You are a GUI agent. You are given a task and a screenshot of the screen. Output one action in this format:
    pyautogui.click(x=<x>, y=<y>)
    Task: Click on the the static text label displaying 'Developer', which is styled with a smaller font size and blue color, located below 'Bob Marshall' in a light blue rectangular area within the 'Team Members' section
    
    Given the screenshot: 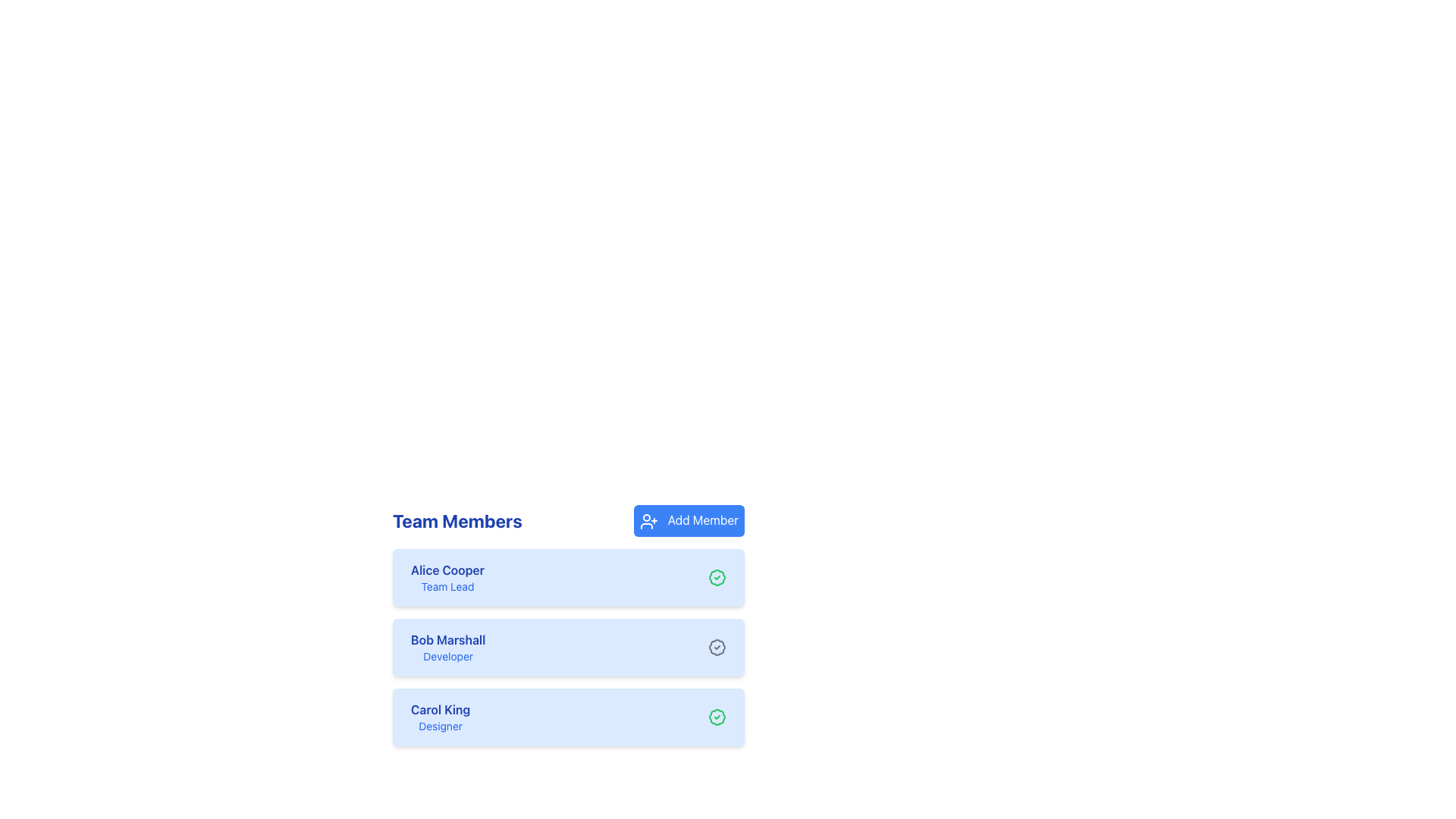 What is the action you would take?
    pyautogui.click(x=447, y=655)
    